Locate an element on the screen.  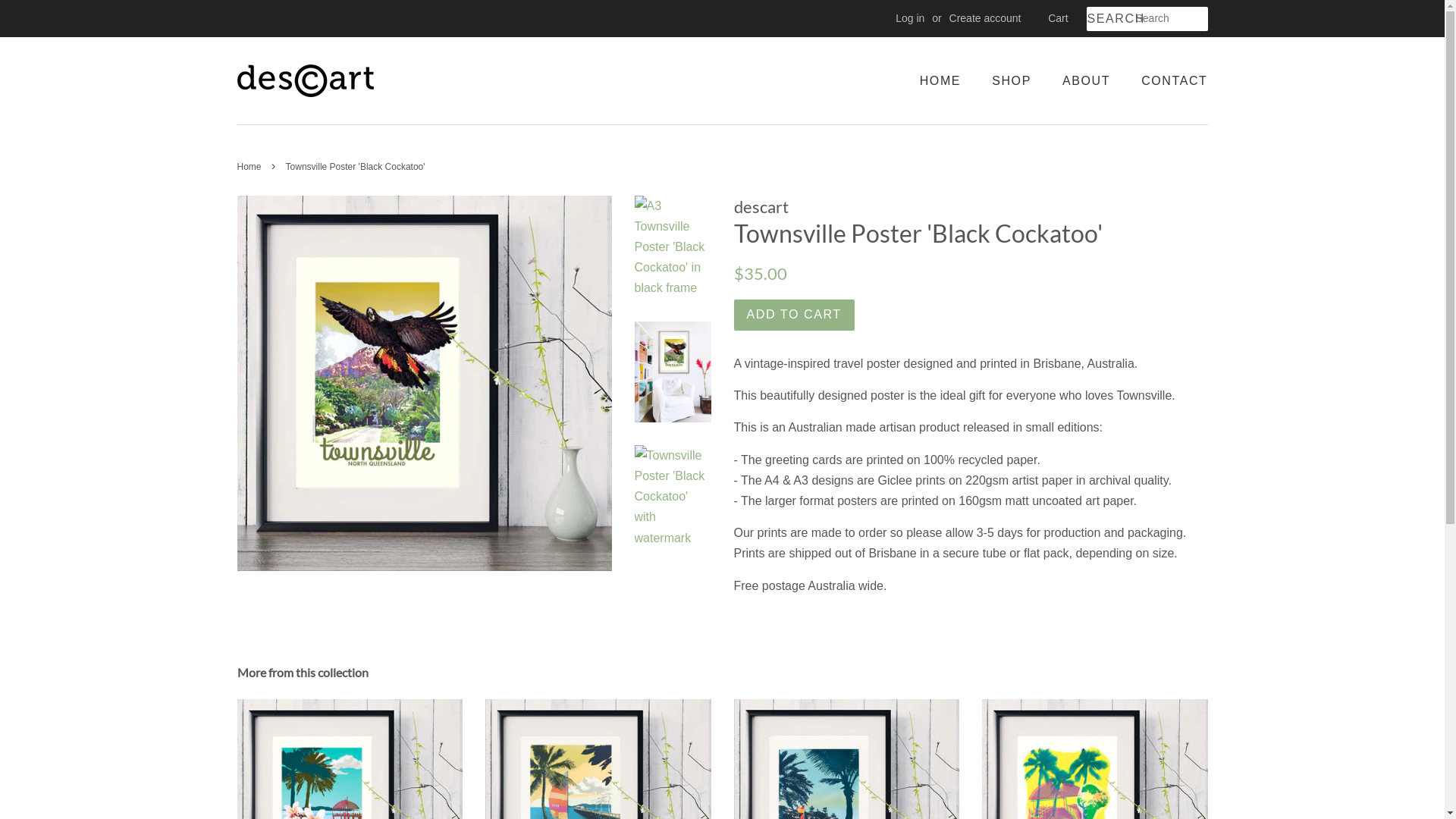
'Cart' is located at coordinates (1057, 18).